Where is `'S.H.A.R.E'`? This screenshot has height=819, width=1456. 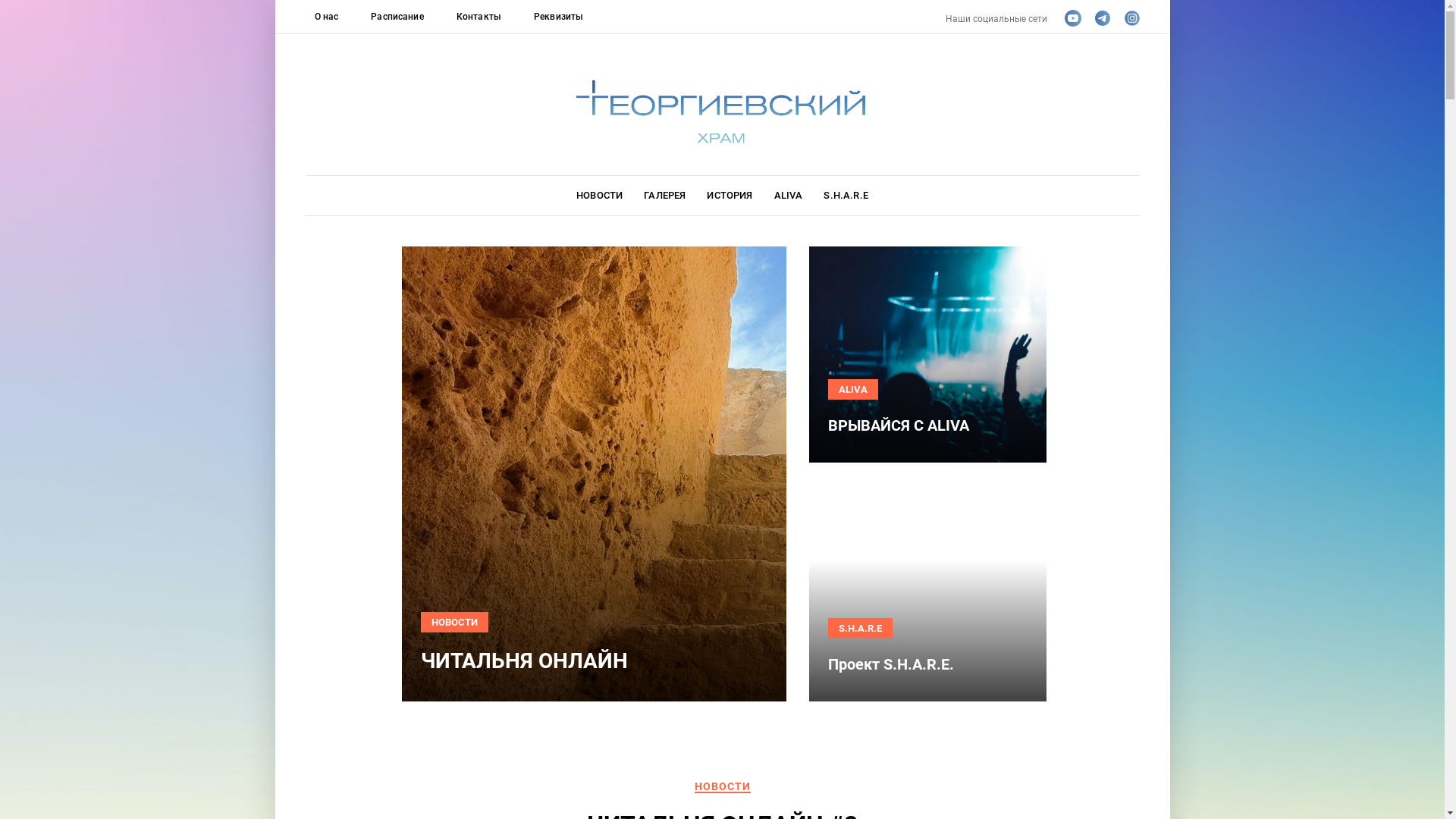 'S.H.A.R.E' is located at coordinates (860, 628).